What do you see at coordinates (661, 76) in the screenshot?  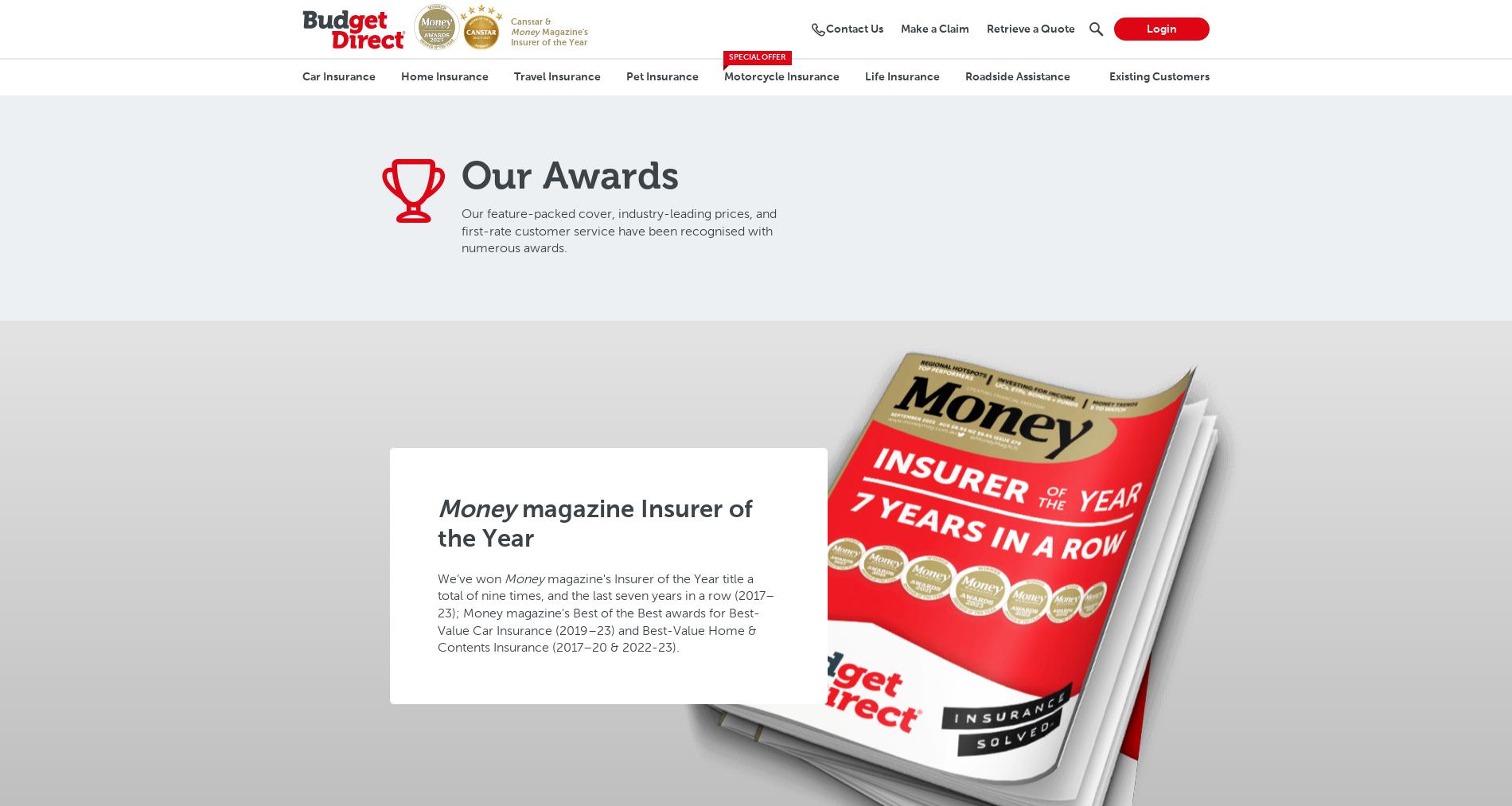 I see `'Pet Insurance'` at bounding box center [661, 76].